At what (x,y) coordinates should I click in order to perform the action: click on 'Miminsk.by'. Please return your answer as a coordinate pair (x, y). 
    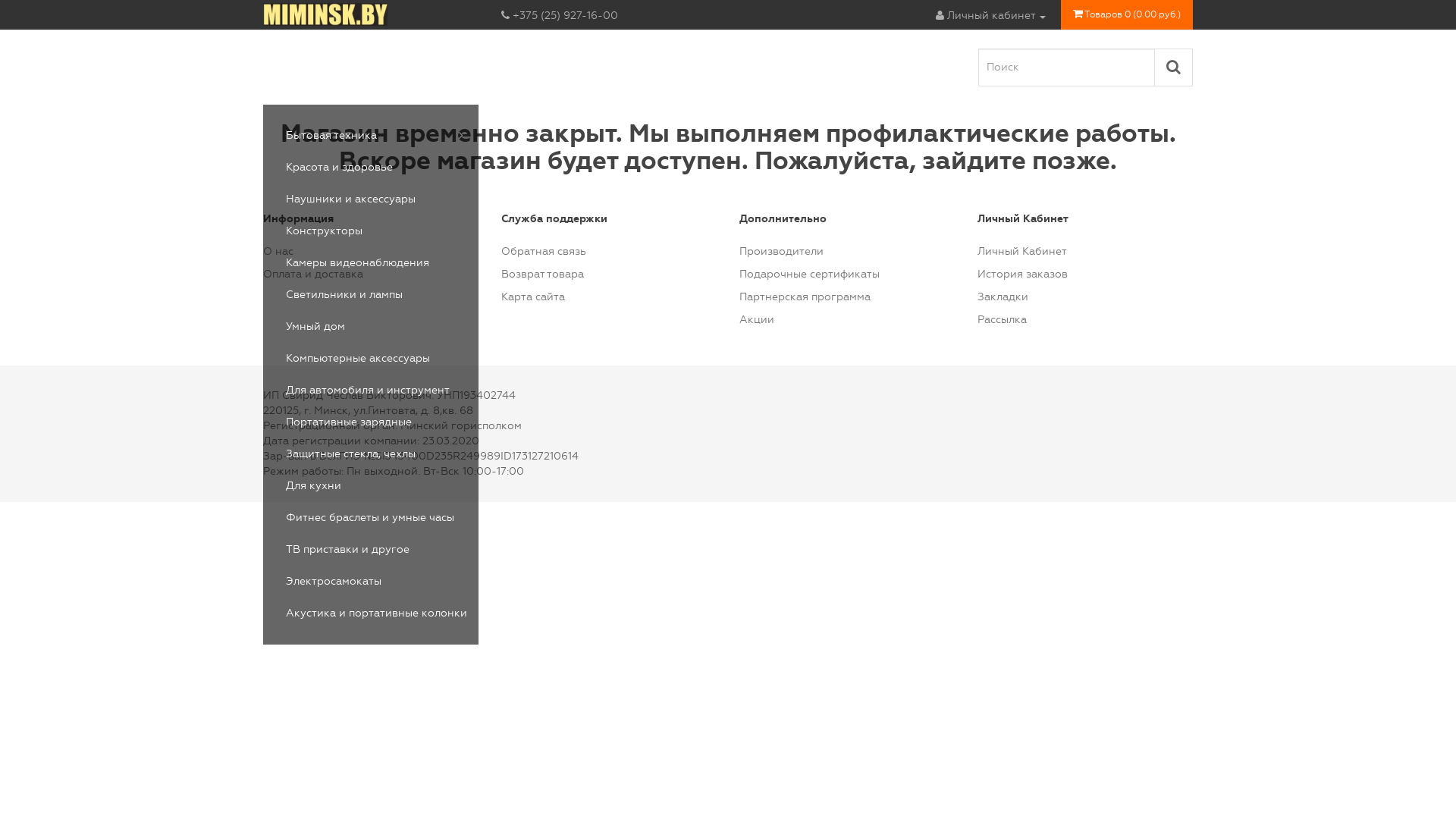
    Looking at the image, I should click on (262, 14).